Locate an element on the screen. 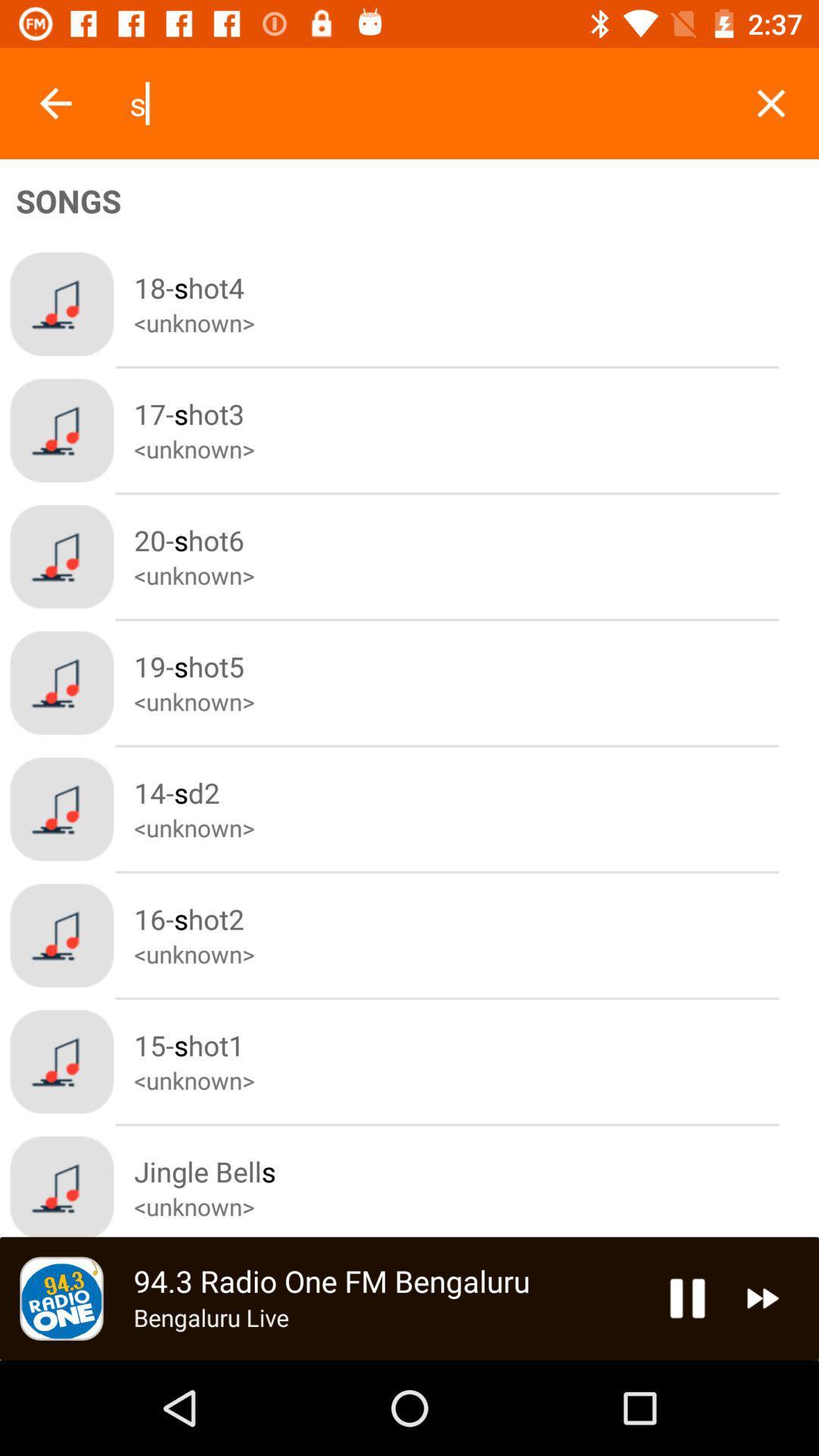 This screenshot has height=1456, width=819. the item above the songs item is located at coordinates (55, 102).